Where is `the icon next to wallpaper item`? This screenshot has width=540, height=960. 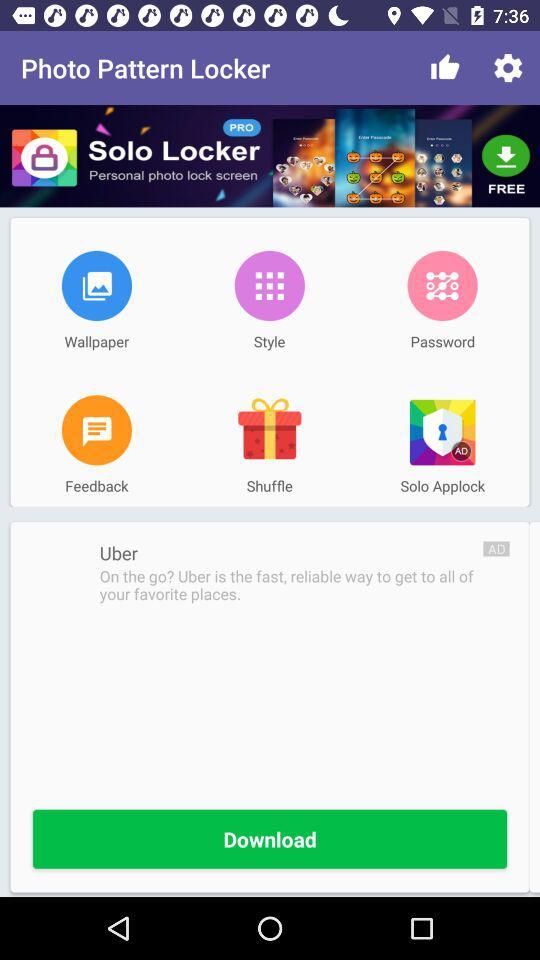 the icon next to wallpaper item is located at coordinates (269, 284).